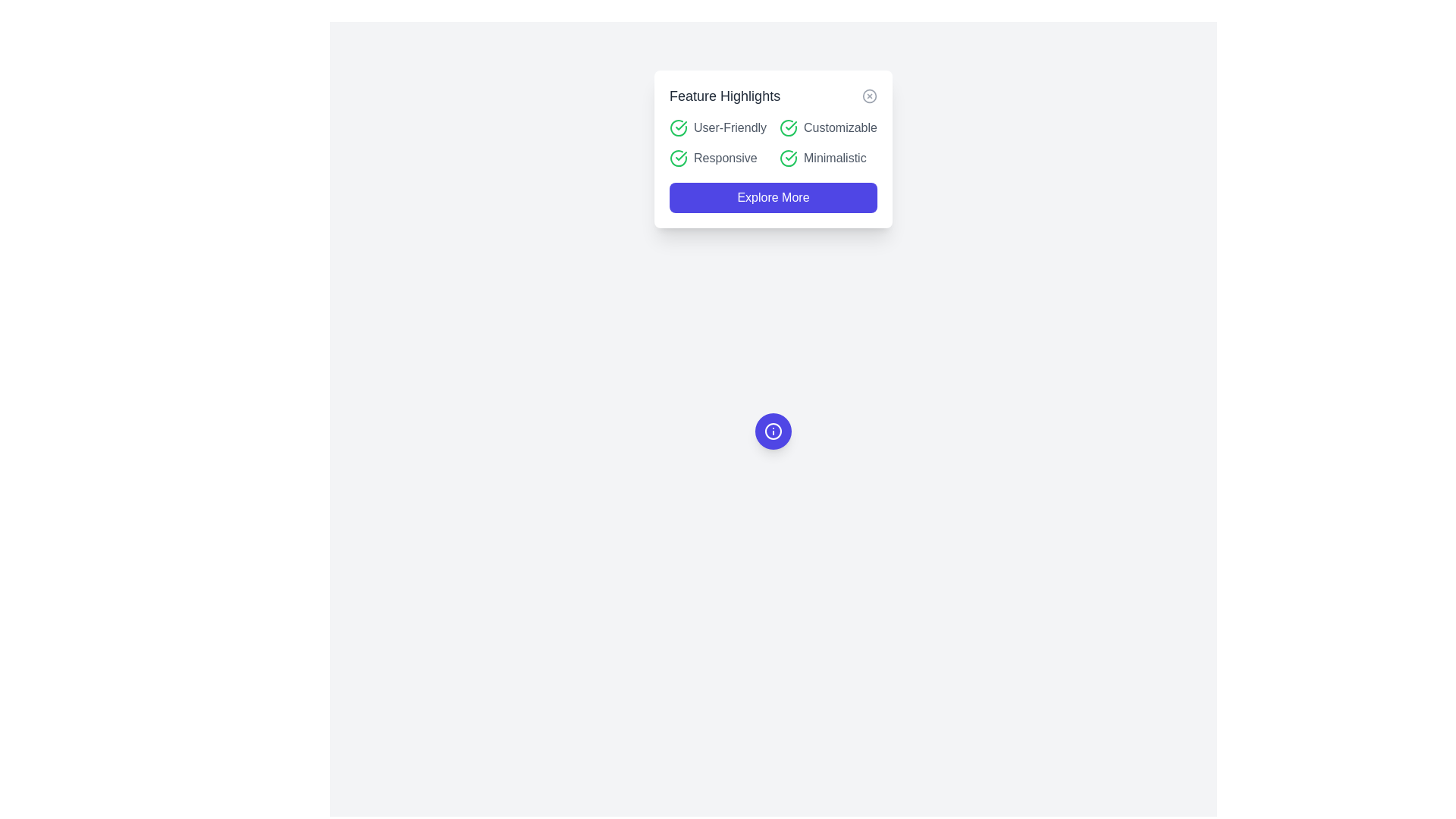 The height and width of the screenshot is (819, 1456). Describe the element at coordinates (678, 158) in the screenshot. I see `the visual status indicated by the second icon in the 'Feature Highlights' card, which represents the availability of the 'Responsive' feature` at that location.